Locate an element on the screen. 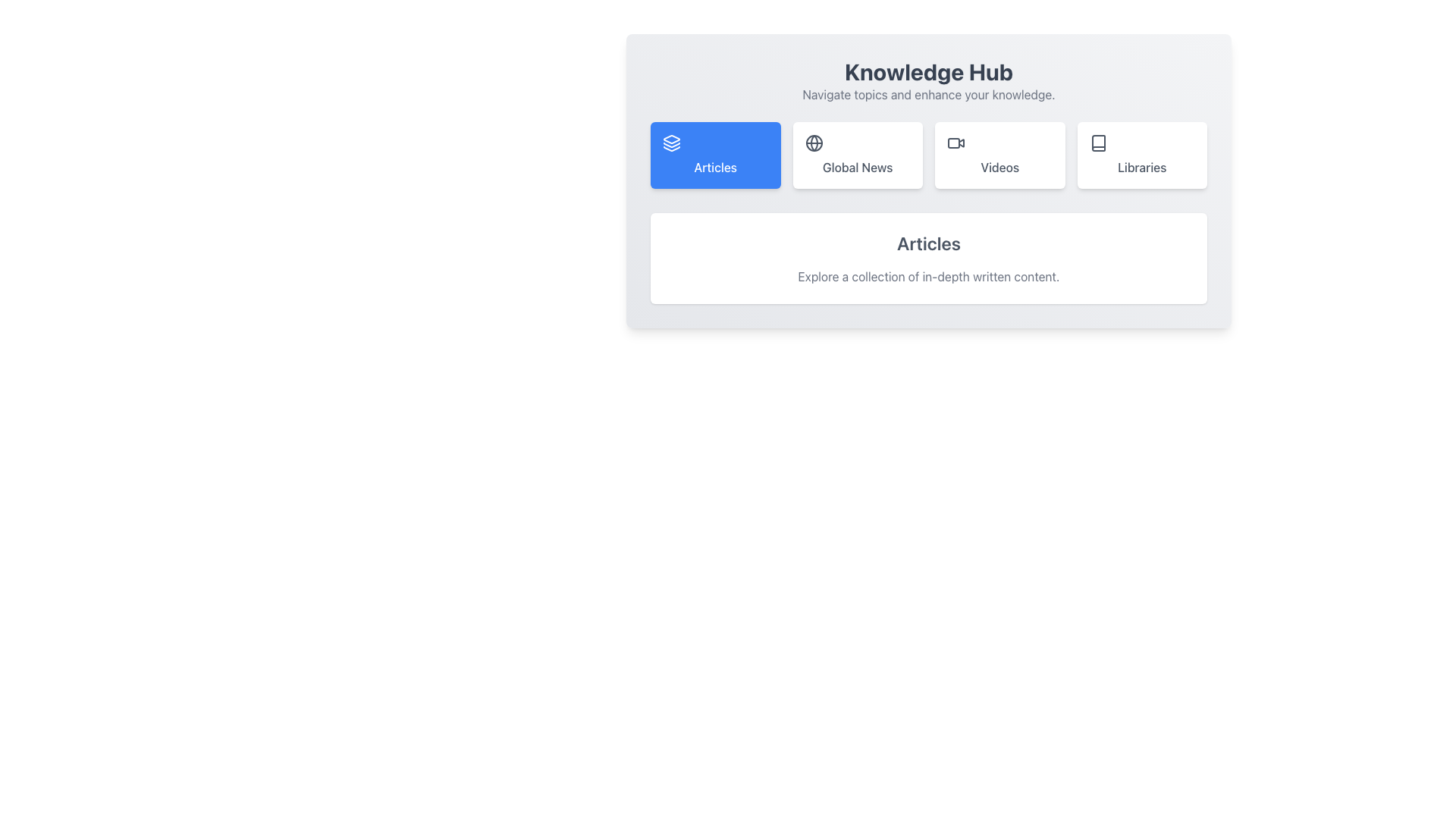 This screenshot has height=819, width=1456. the 'Libraries' static text label that serves as a descriptive label for its associated icon is located at coordinates (1142, 167).